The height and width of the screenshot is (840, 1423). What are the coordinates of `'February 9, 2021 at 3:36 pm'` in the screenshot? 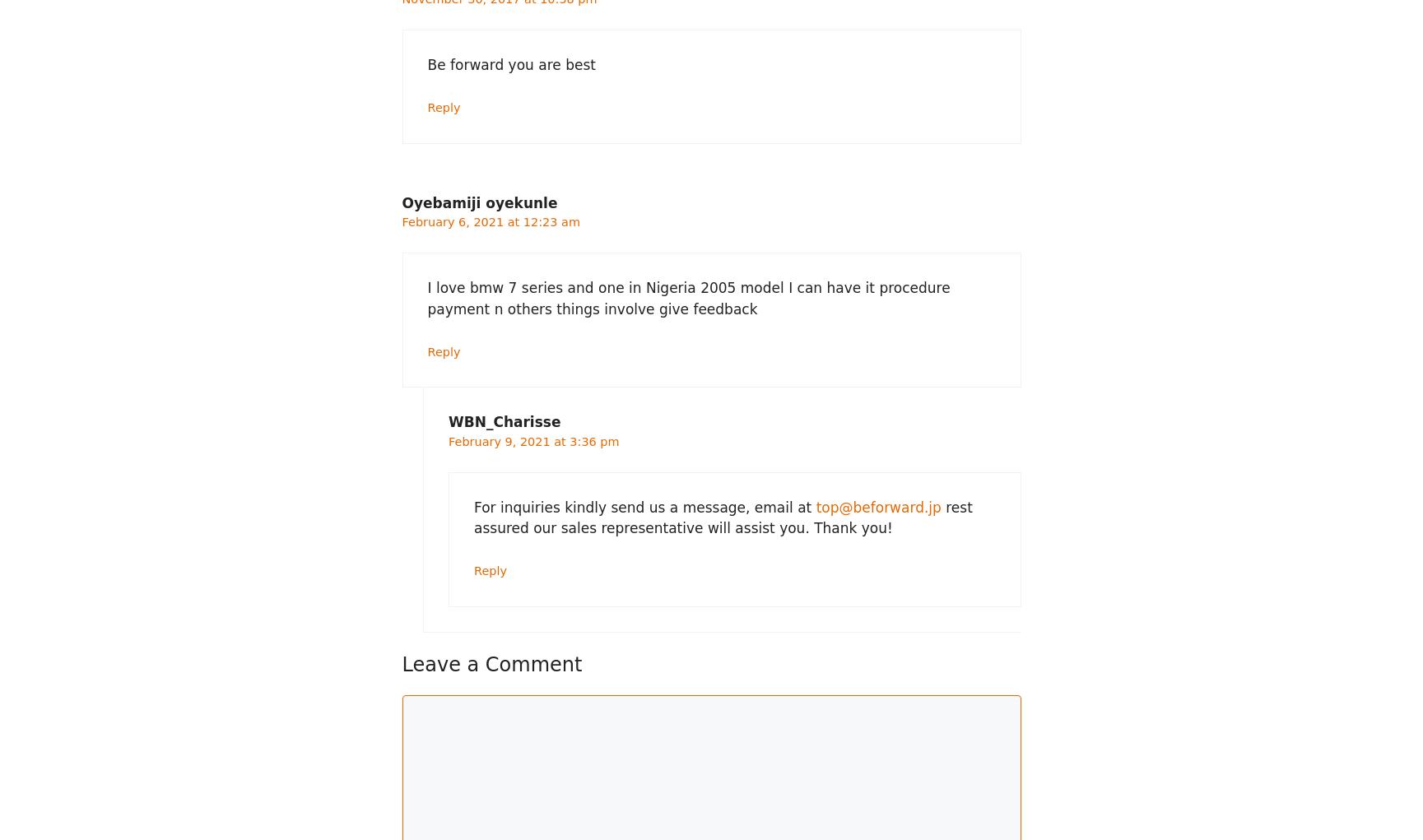 It's located at (532, 441).